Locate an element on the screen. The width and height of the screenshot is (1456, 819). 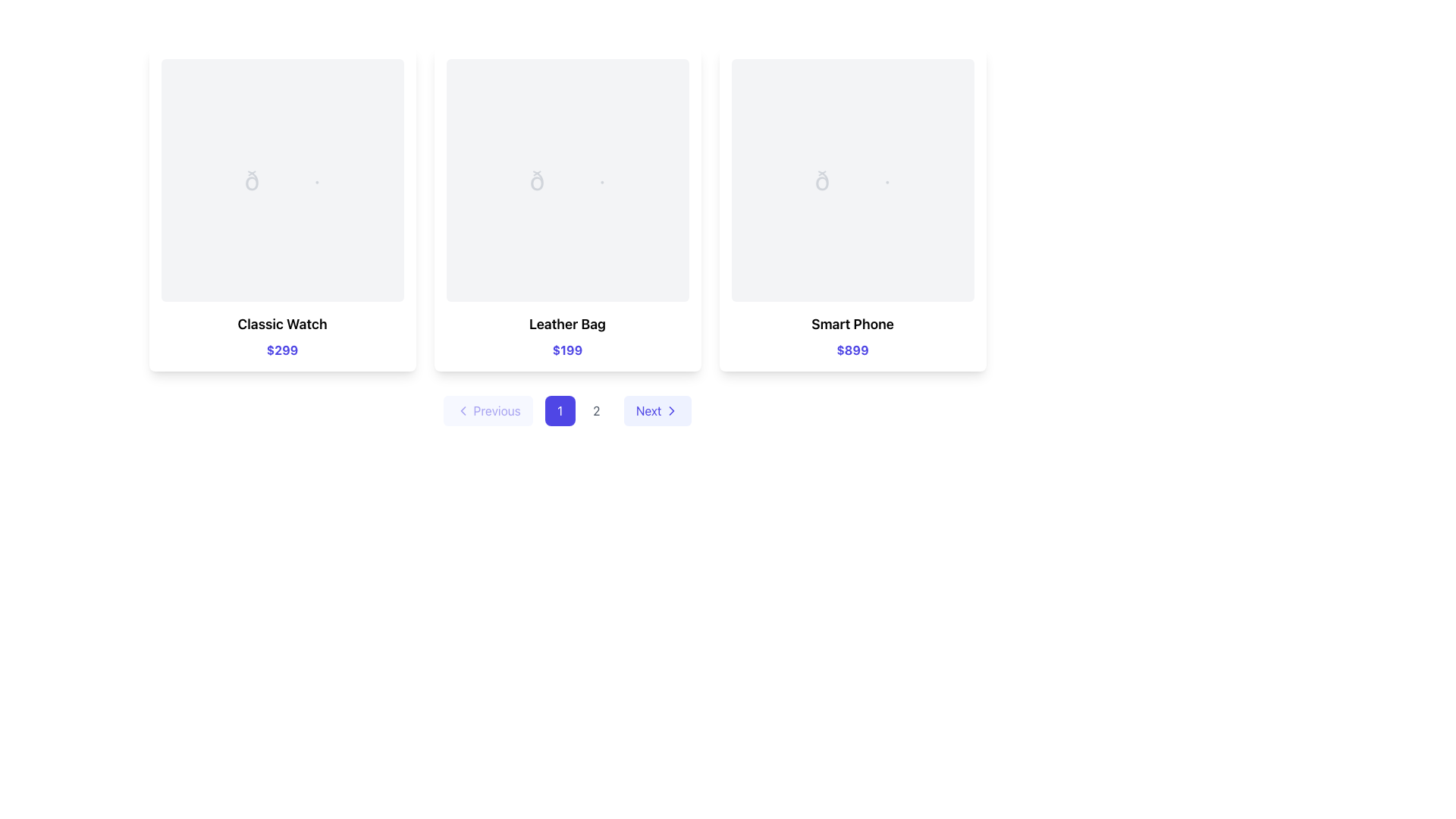
the text label displaying the price "$899" in bold blue-indigo color, located at the bottom of the product card for the "Smart Phone" is located at coordinates (852, 350).